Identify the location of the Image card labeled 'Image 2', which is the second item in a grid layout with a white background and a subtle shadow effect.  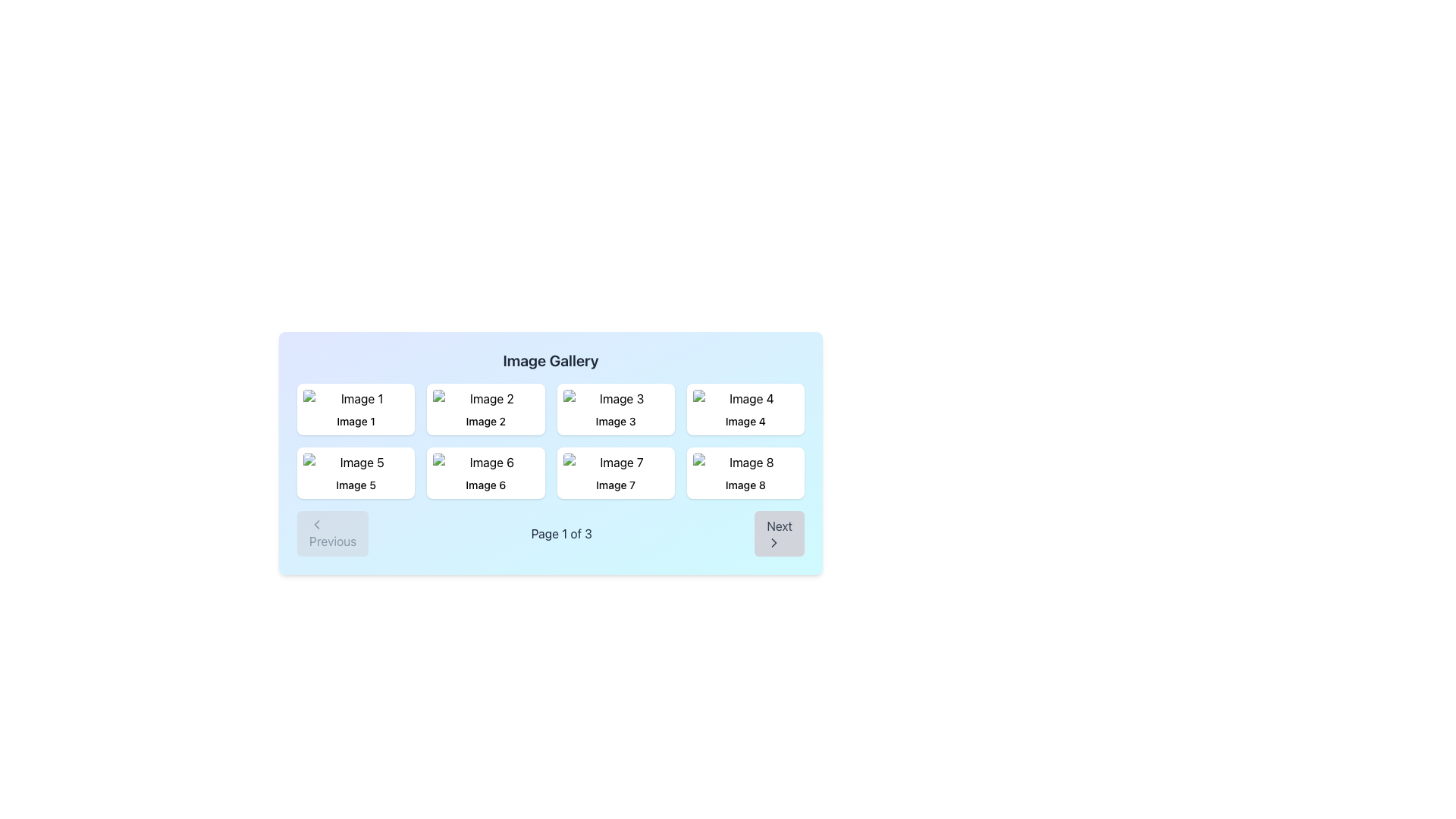
(485, 409).